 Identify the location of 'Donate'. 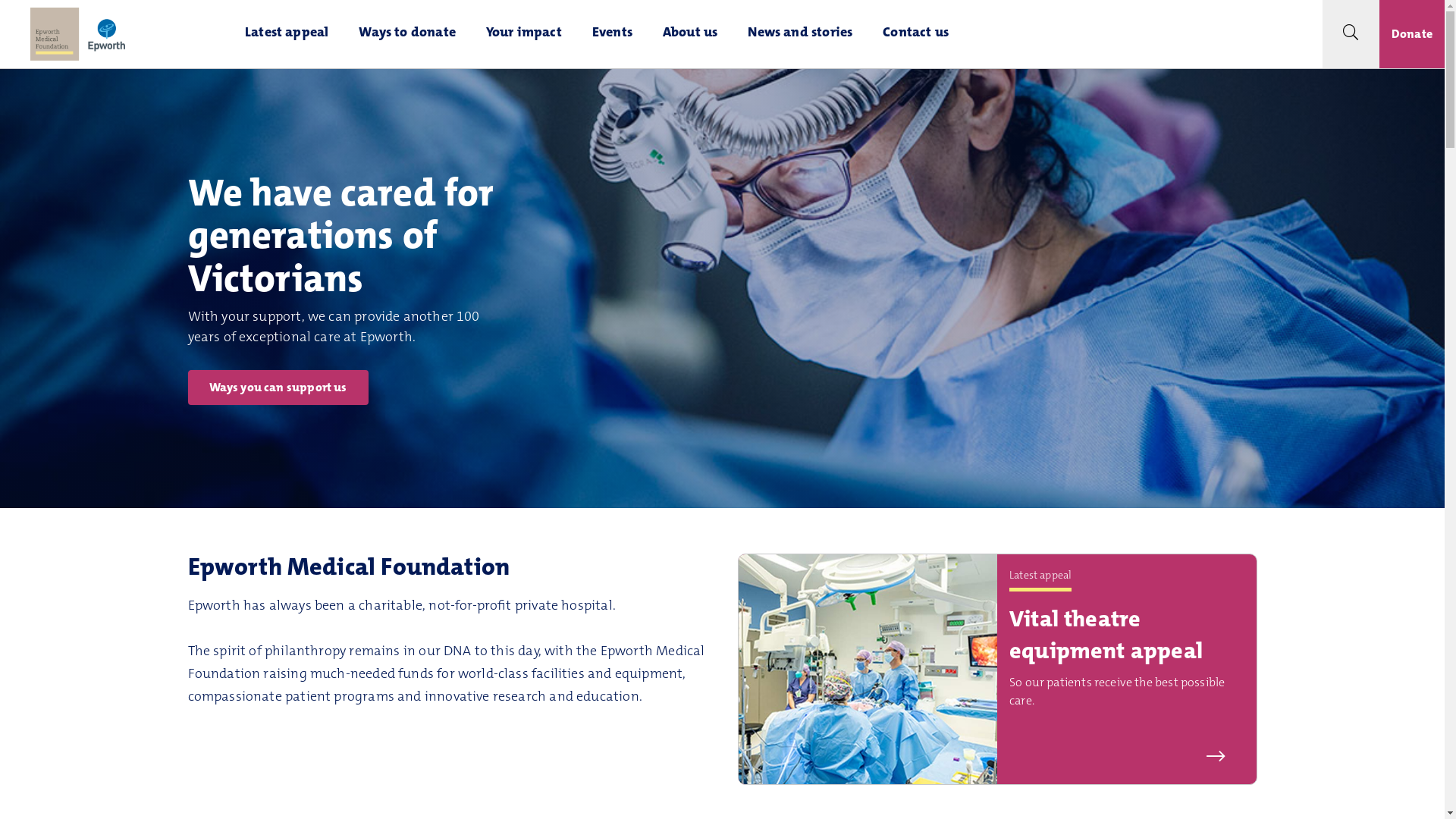
(1411, 34).